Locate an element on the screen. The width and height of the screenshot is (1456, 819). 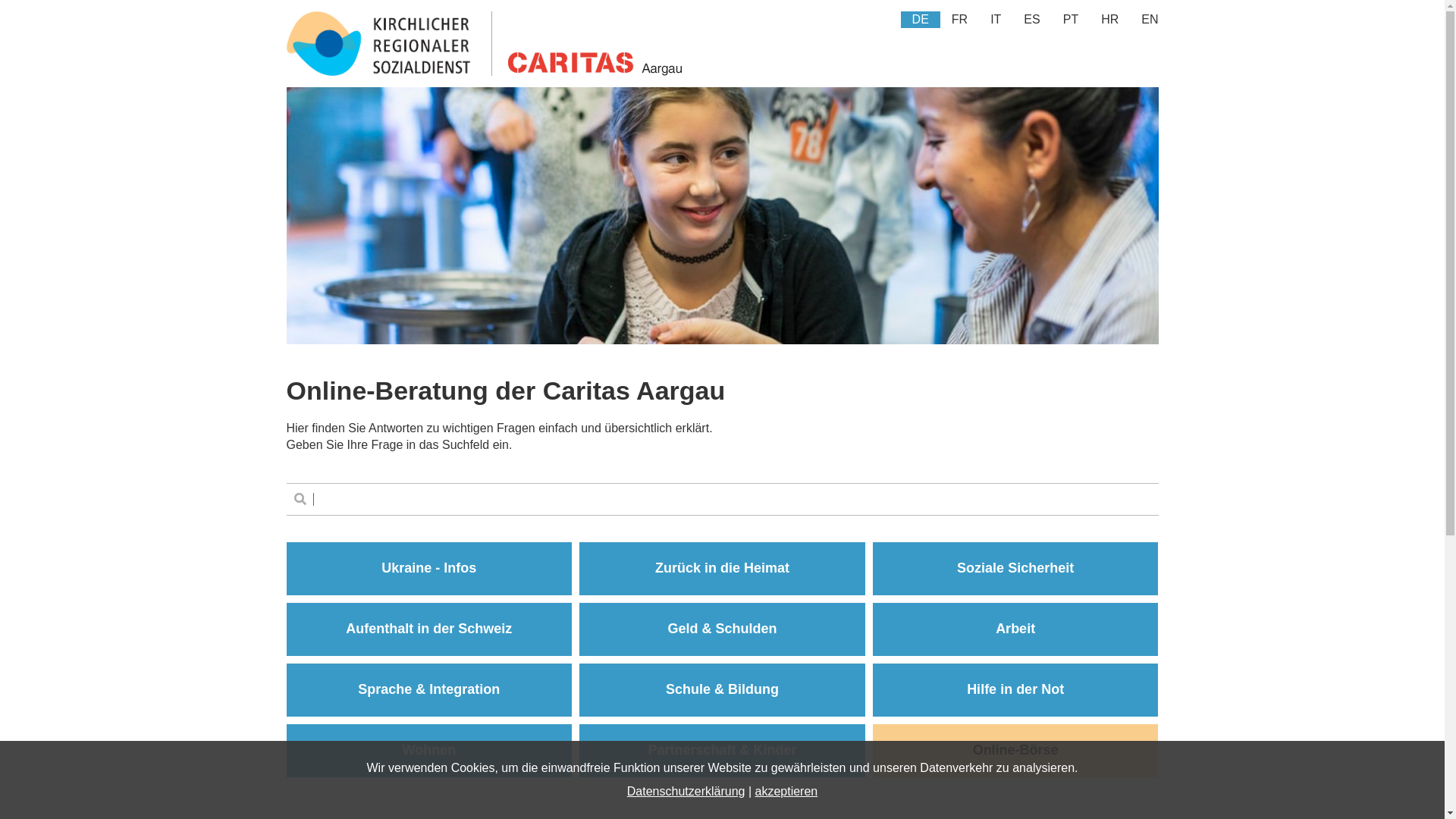
'EN' is located at coordinates (1150, 20).